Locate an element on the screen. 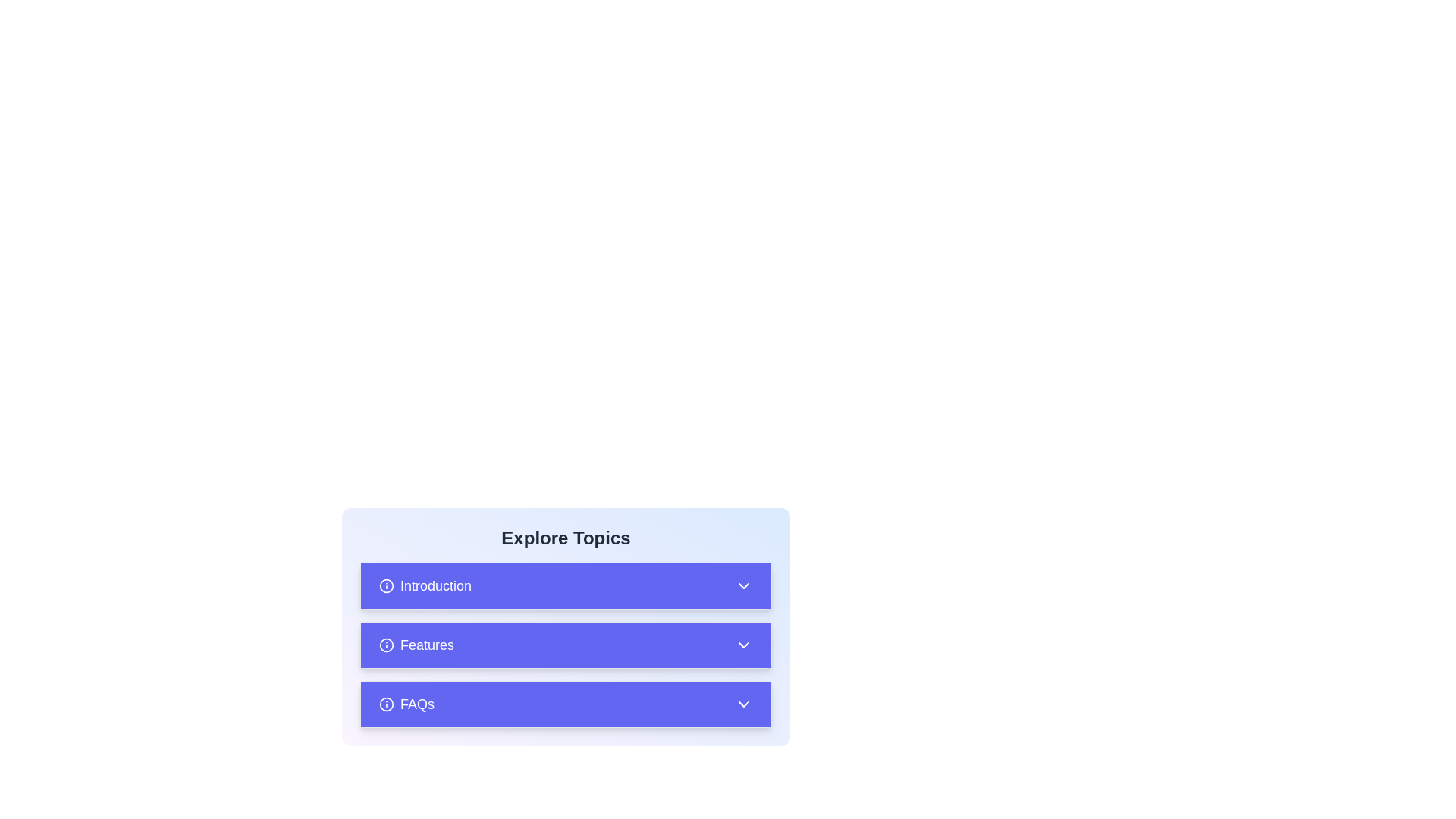 This screenshot has width=1456, height=819. the 'Features' list item, which is the second component in a vertical list of topics including 'Introduction,' 'Features,' and 'FAQs,' is located at coordinates (416, 645).